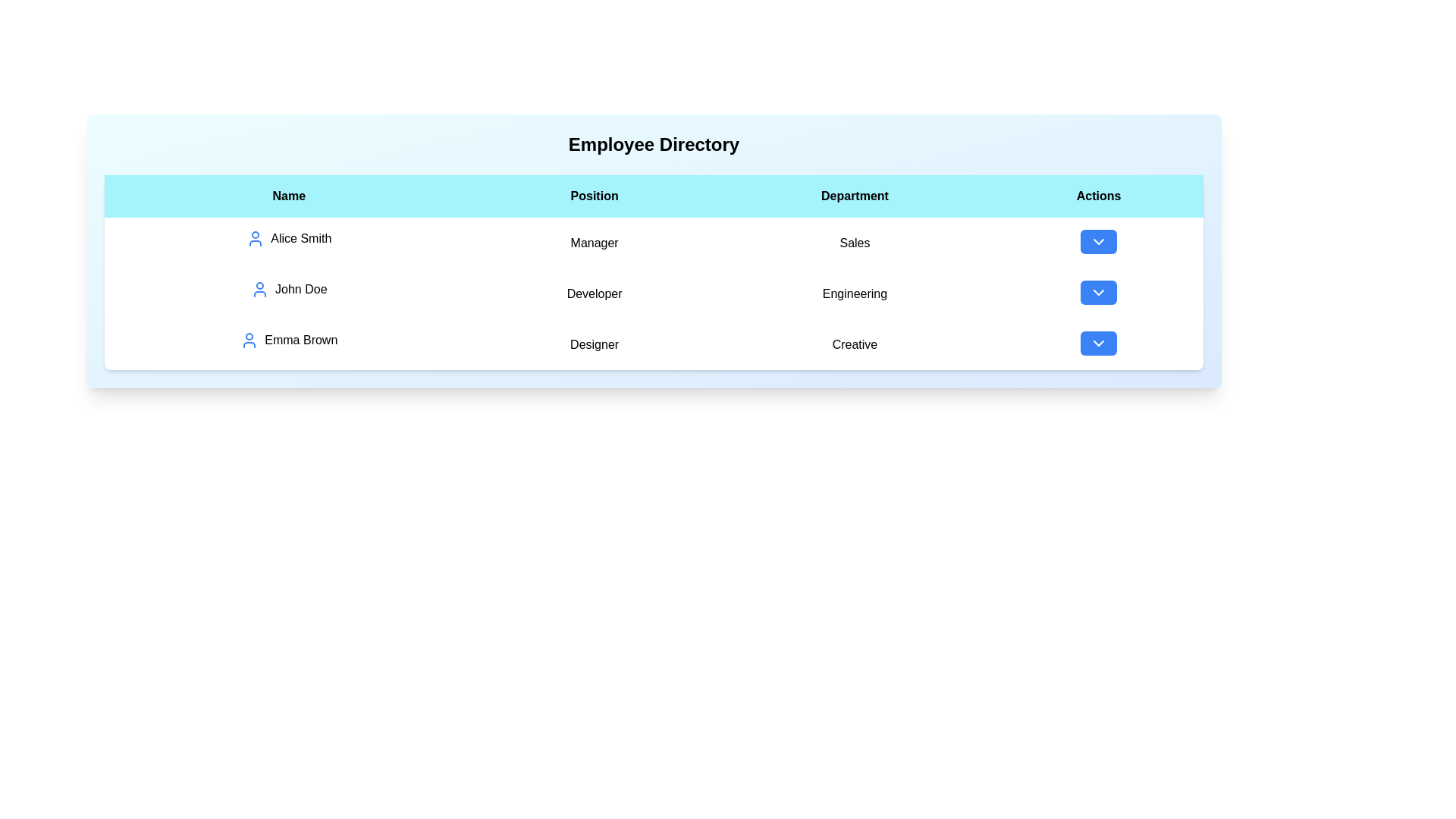 The height and width of the screenshot is (819, 1456). Describe the element at coordinates (855, 344) in the screenshot. I see `the text label displaying 'Creative' which is located in the third row of the table under the 'Department' column, positioned between 'Designer' and 'Actions'` at that location.